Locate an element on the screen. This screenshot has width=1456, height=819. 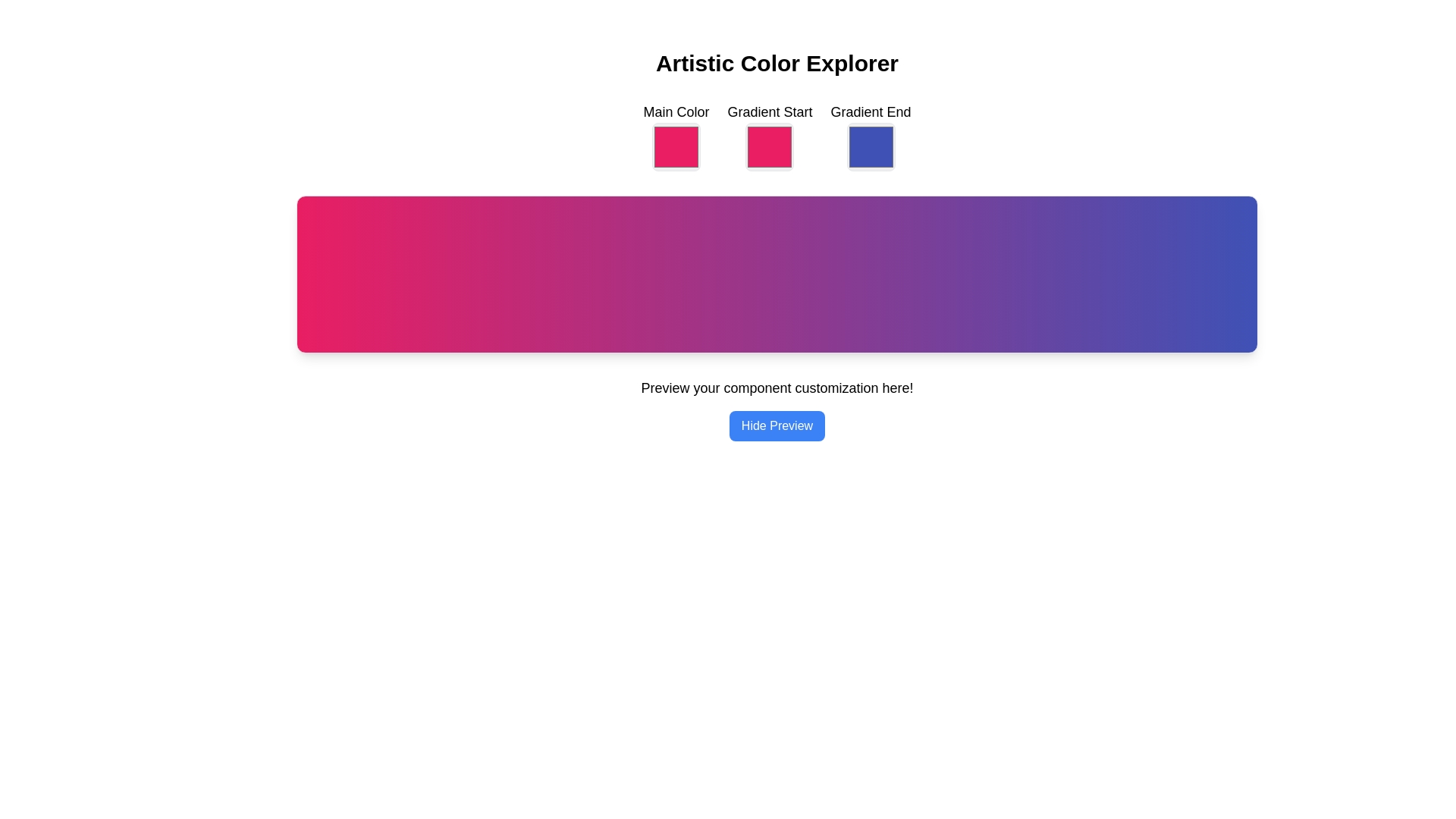
text label that says 'Preview your component customization here!' located above the 'Hide Preview' button in the Artistic Color Explorer section is located at coordinates (777, 409).